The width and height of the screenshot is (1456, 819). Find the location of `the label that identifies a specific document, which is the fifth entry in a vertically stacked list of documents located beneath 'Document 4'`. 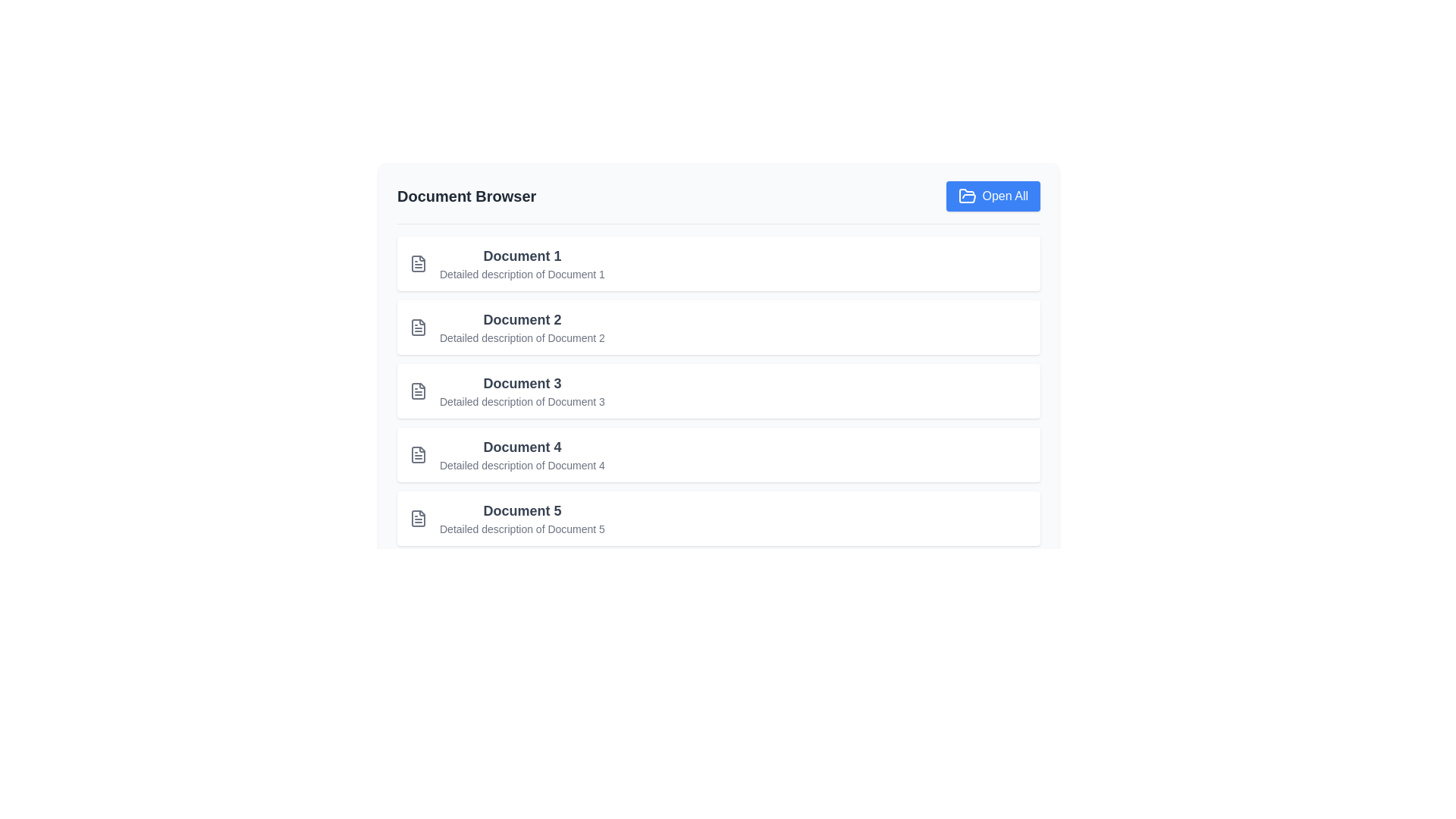

the label that identifies a specific document, which is the fifth entry in a vertically stacked list of documents located beneath 'Document 4' is located at coordinates (522, 517).